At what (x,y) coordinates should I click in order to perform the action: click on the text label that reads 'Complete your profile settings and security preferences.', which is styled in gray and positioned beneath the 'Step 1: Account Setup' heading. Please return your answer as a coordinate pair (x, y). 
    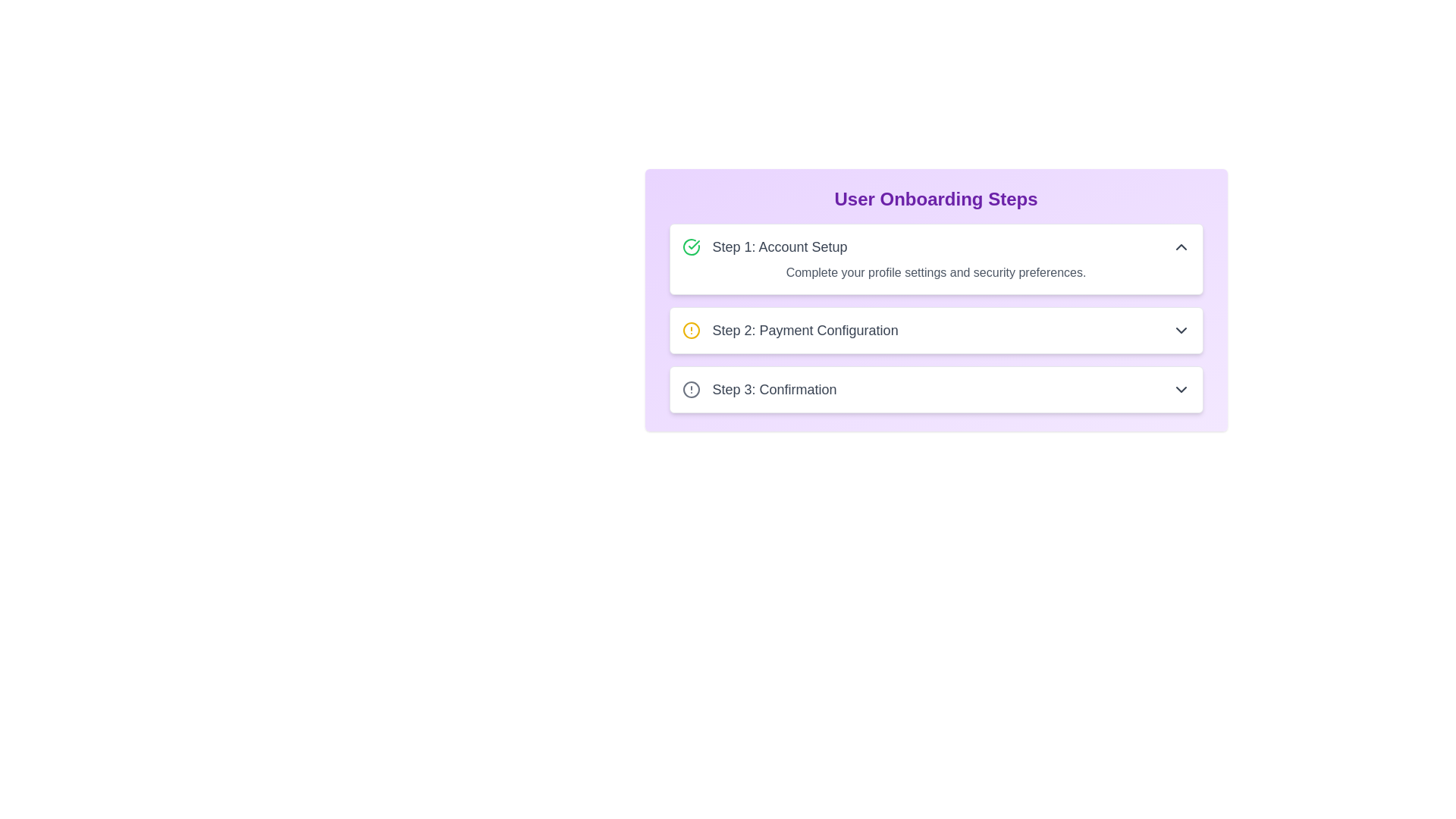
    Looking at the image, I should click on (935, 271).